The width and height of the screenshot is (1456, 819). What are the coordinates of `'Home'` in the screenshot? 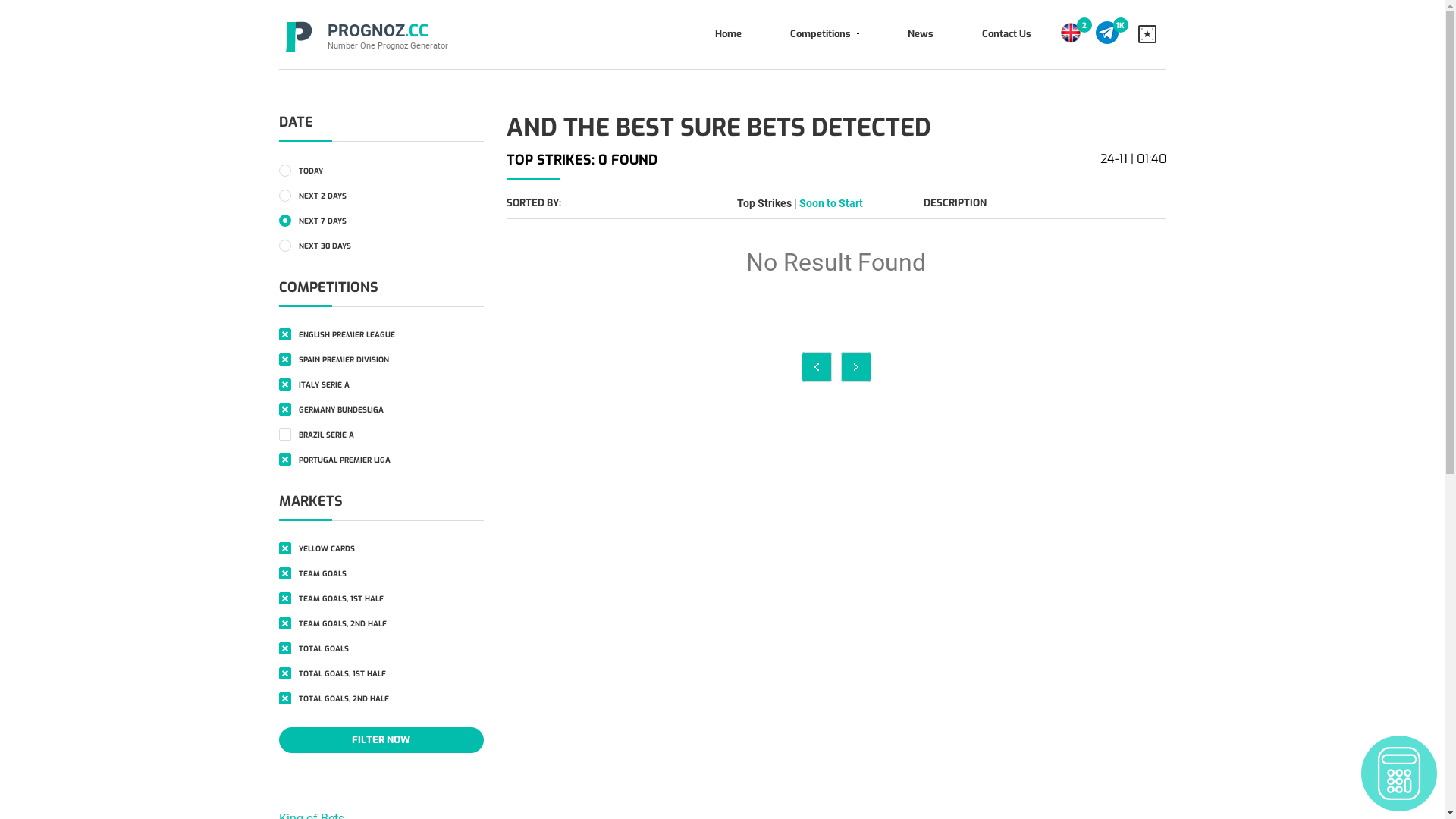 It's located at (726, 34).